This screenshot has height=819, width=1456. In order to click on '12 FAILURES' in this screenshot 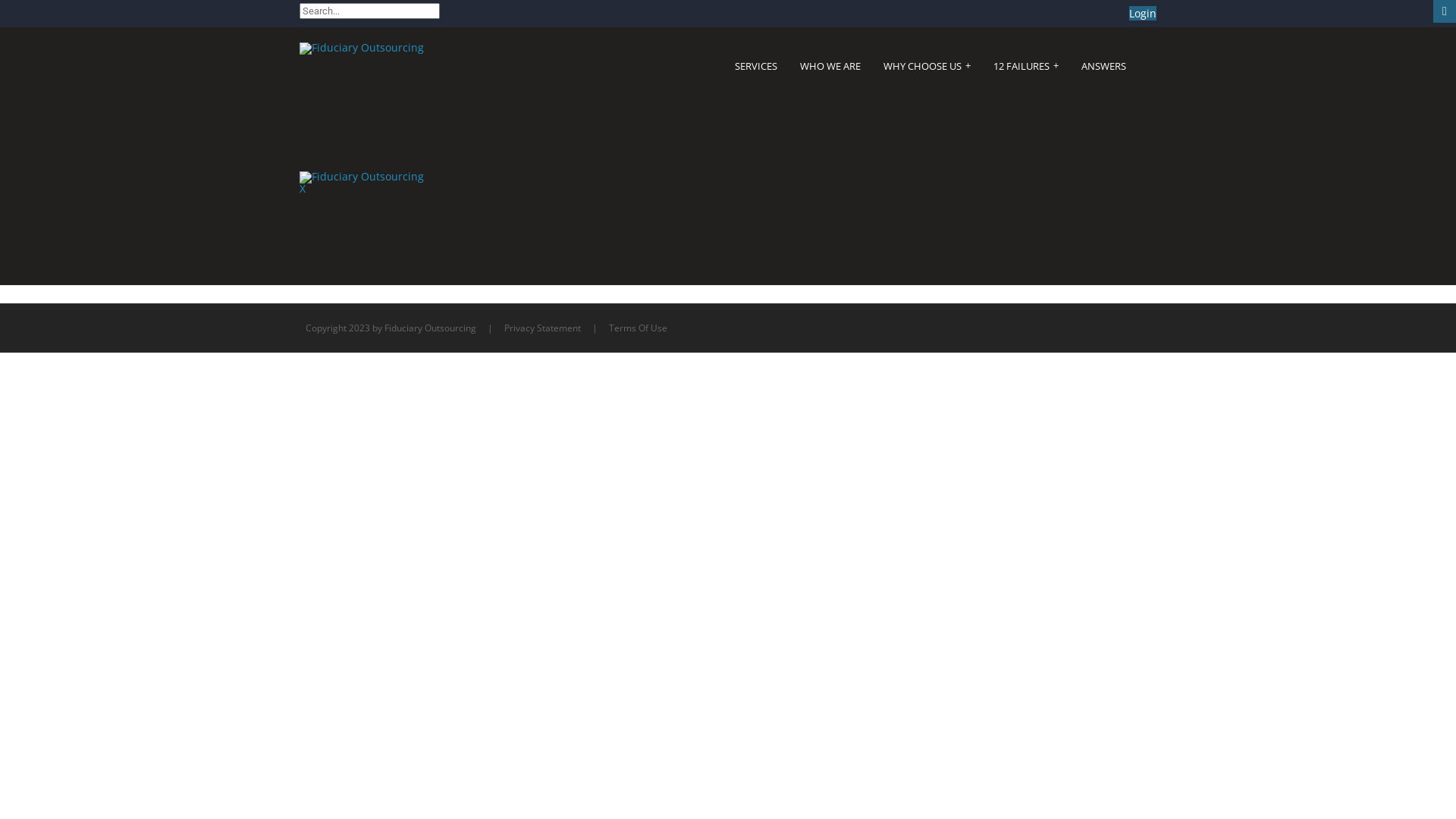, I will do `click(1026, 65)`.